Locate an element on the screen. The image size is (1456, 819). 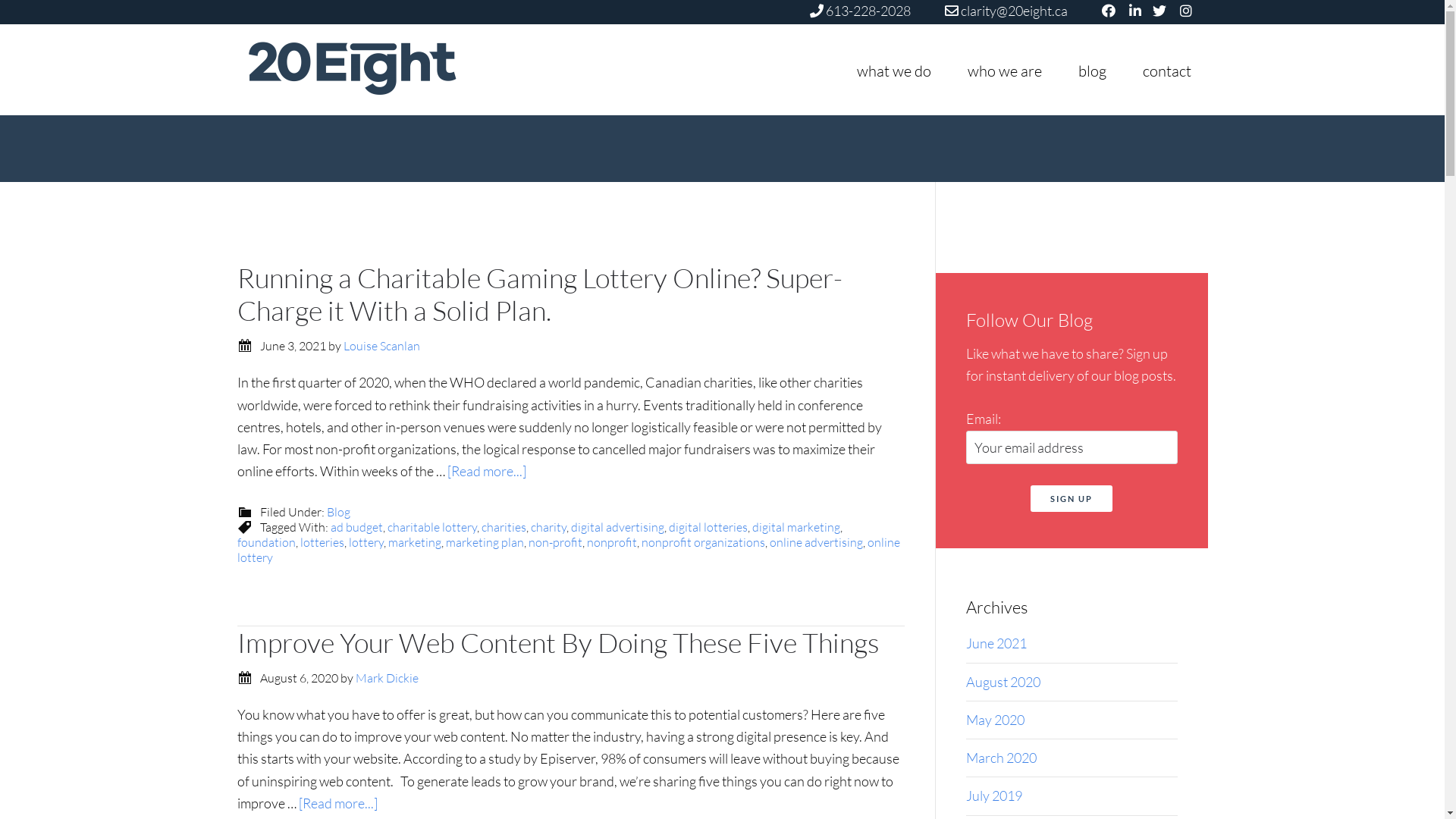
'June 2021' is located at coordinates (996, 643).